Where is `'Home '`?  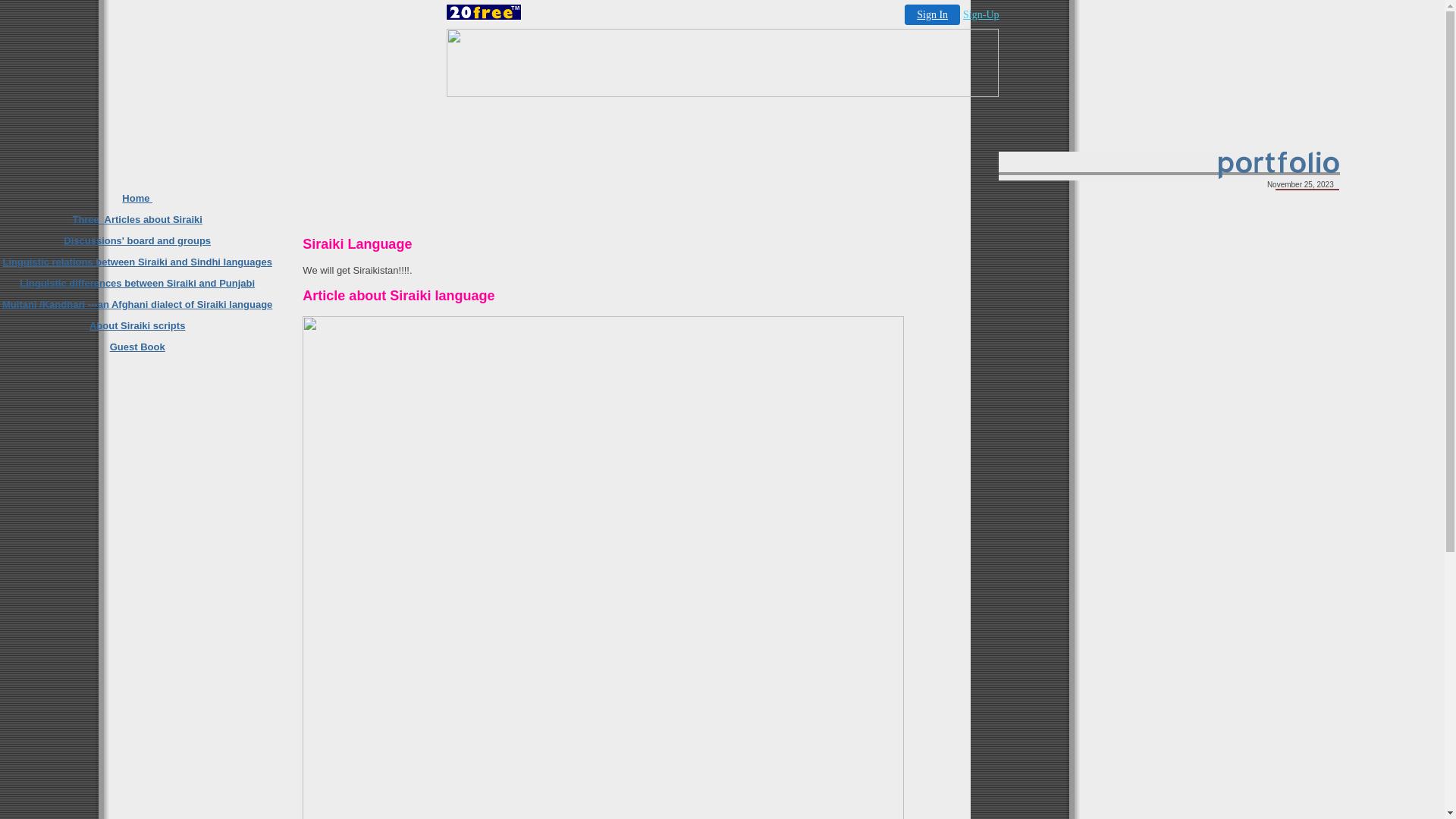 'Home ' is located at coordinates (137, 197).